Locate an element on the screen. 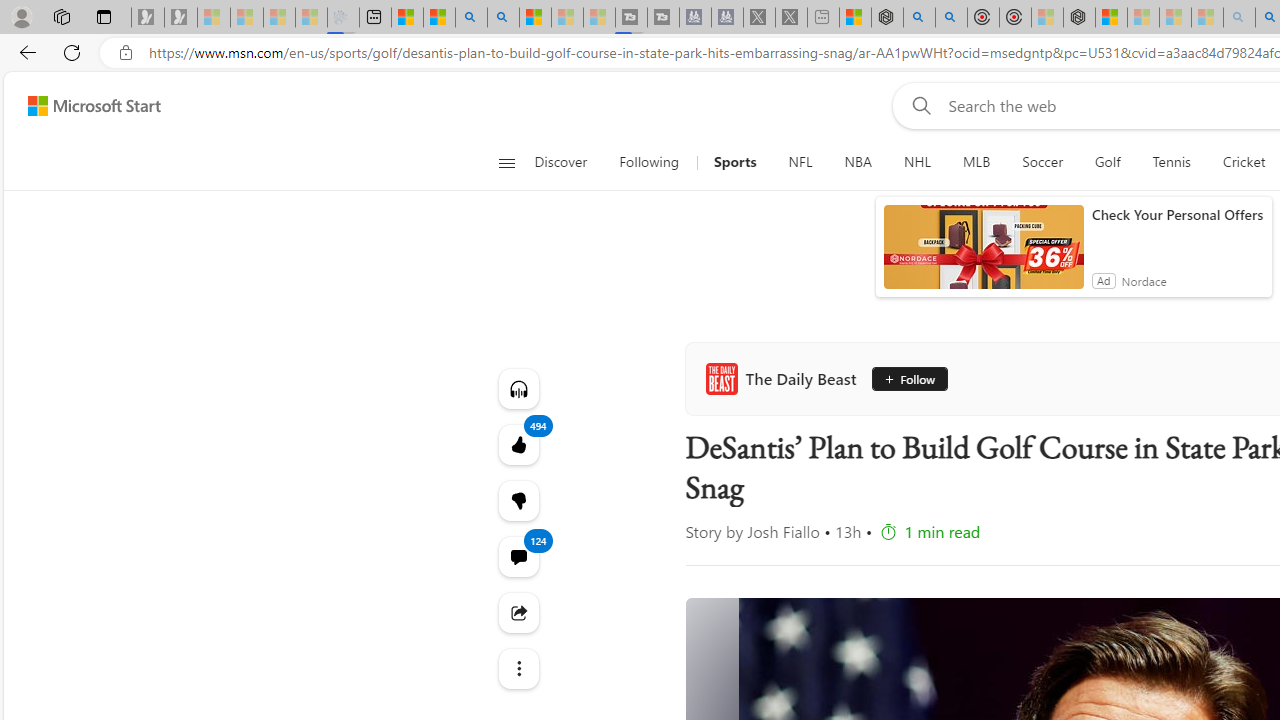 This screenshot has height=720, width=1280. 'Nordace' is located at coordinates (1144, 280).